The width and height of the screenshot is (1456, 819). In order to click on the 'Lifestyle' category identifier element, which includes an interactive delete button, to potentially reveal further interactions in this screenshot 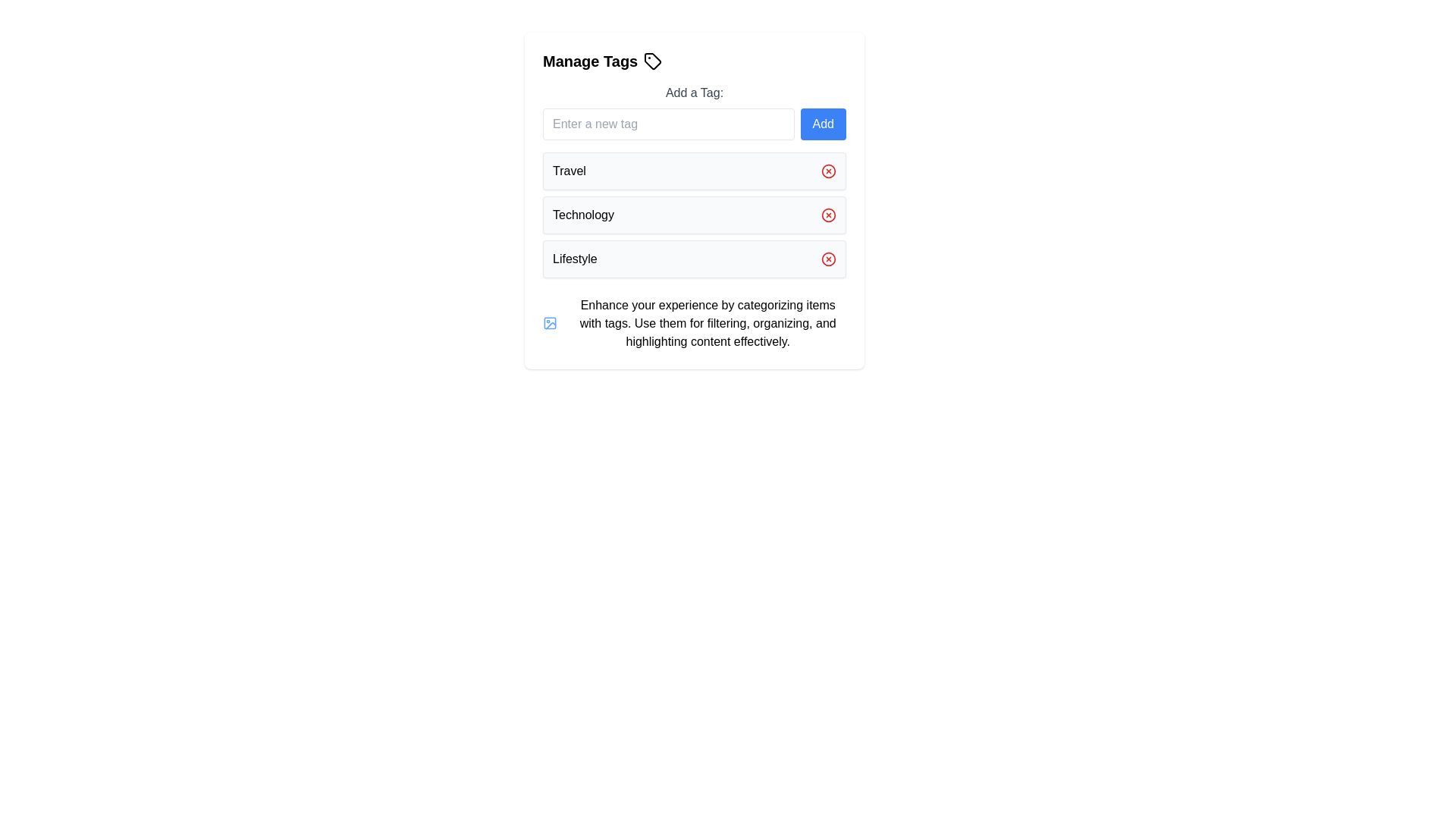, I will do `click(694, 259)`.